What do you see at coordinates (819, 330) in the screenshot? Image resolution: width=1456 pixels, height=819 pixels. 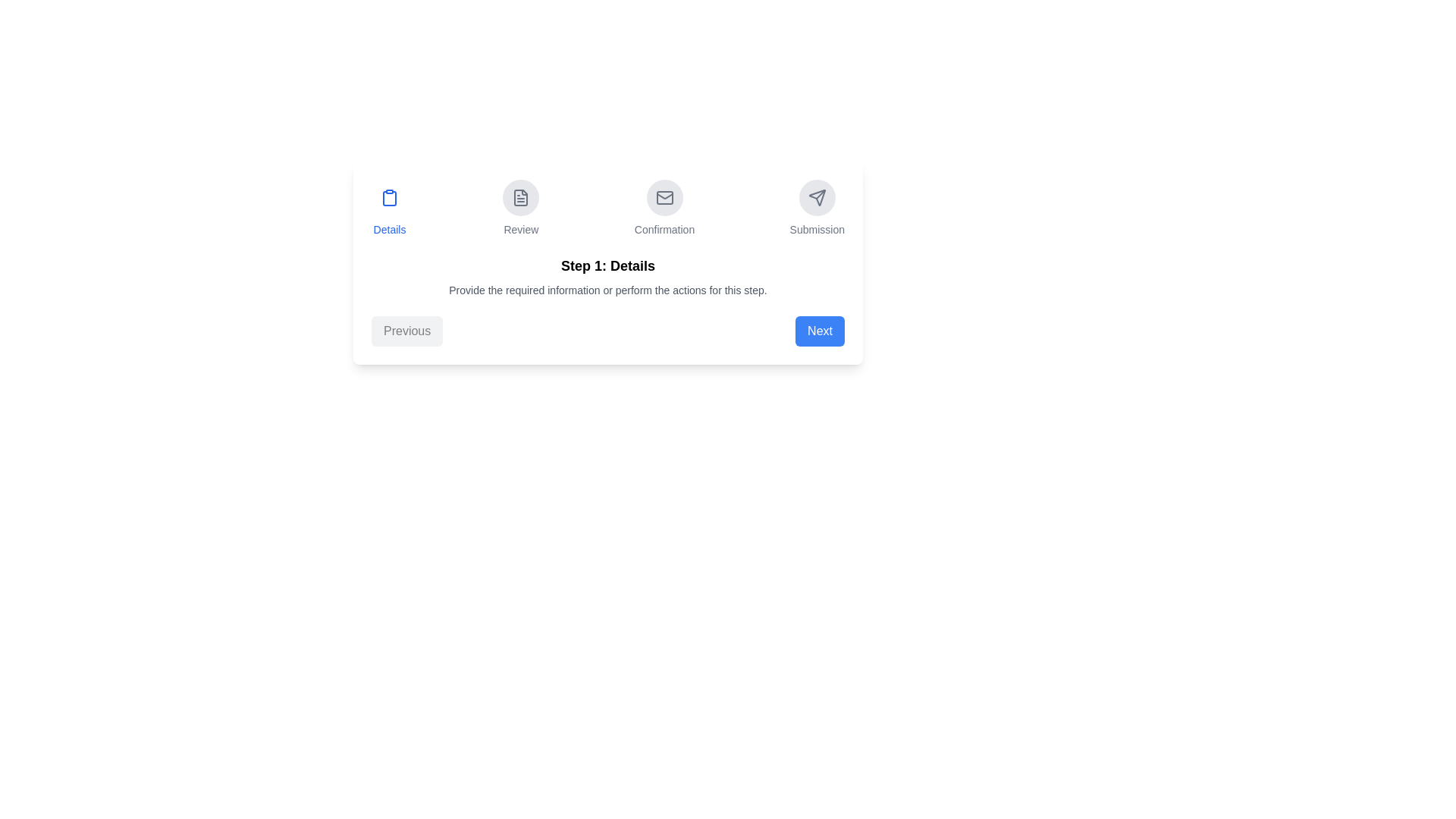 I see `'Next' button to proceed to the next step` at bounding box center [819, 330].